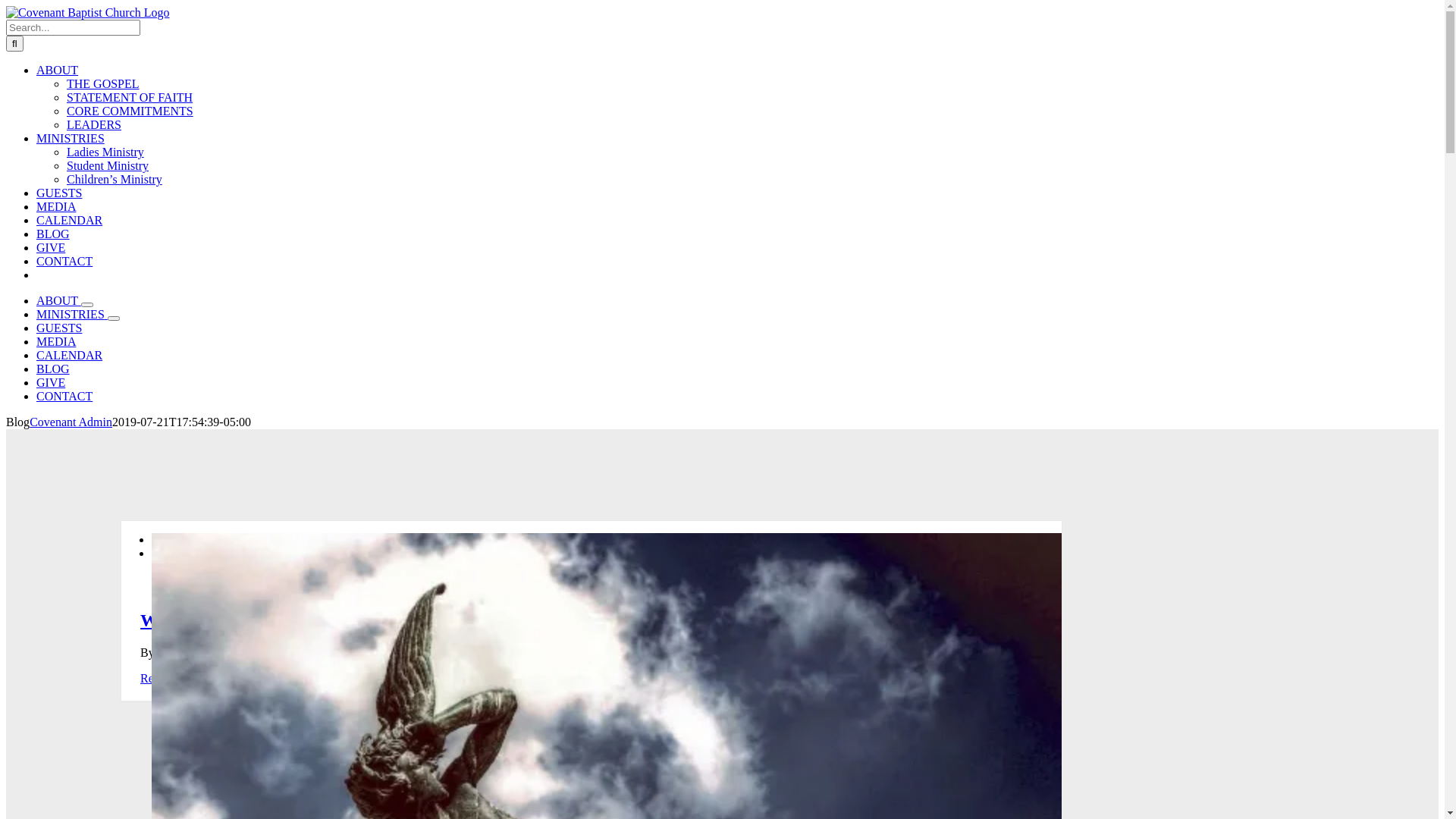 This screenshot has height=819, width=1456. Describe the element at coordinates (36, 313) in the screenshot. I see `'MINISTRIES'` at that location.